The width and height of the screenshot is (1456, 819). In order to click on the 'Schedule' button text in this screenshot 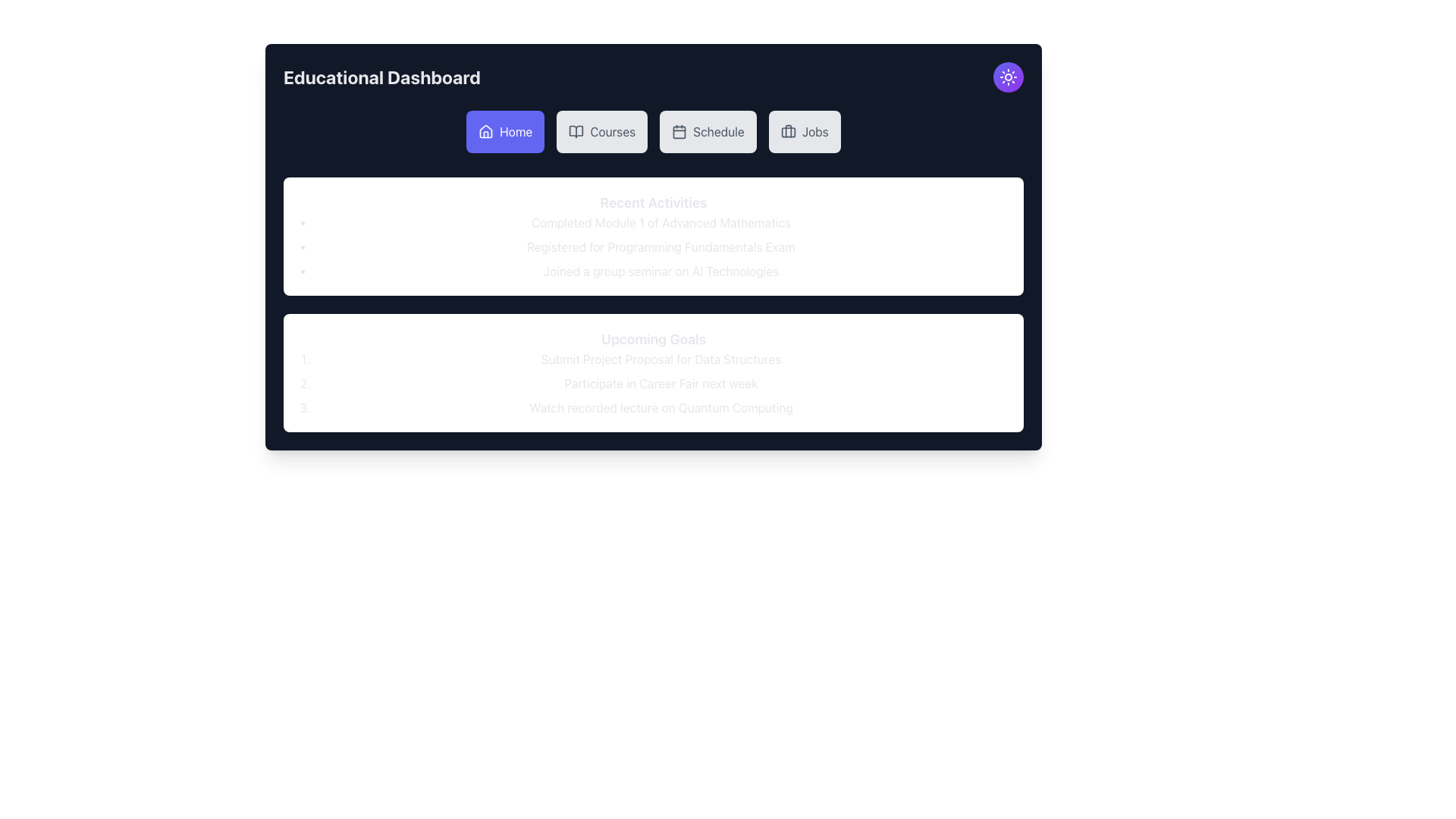, I will do `click(718, 130)`.